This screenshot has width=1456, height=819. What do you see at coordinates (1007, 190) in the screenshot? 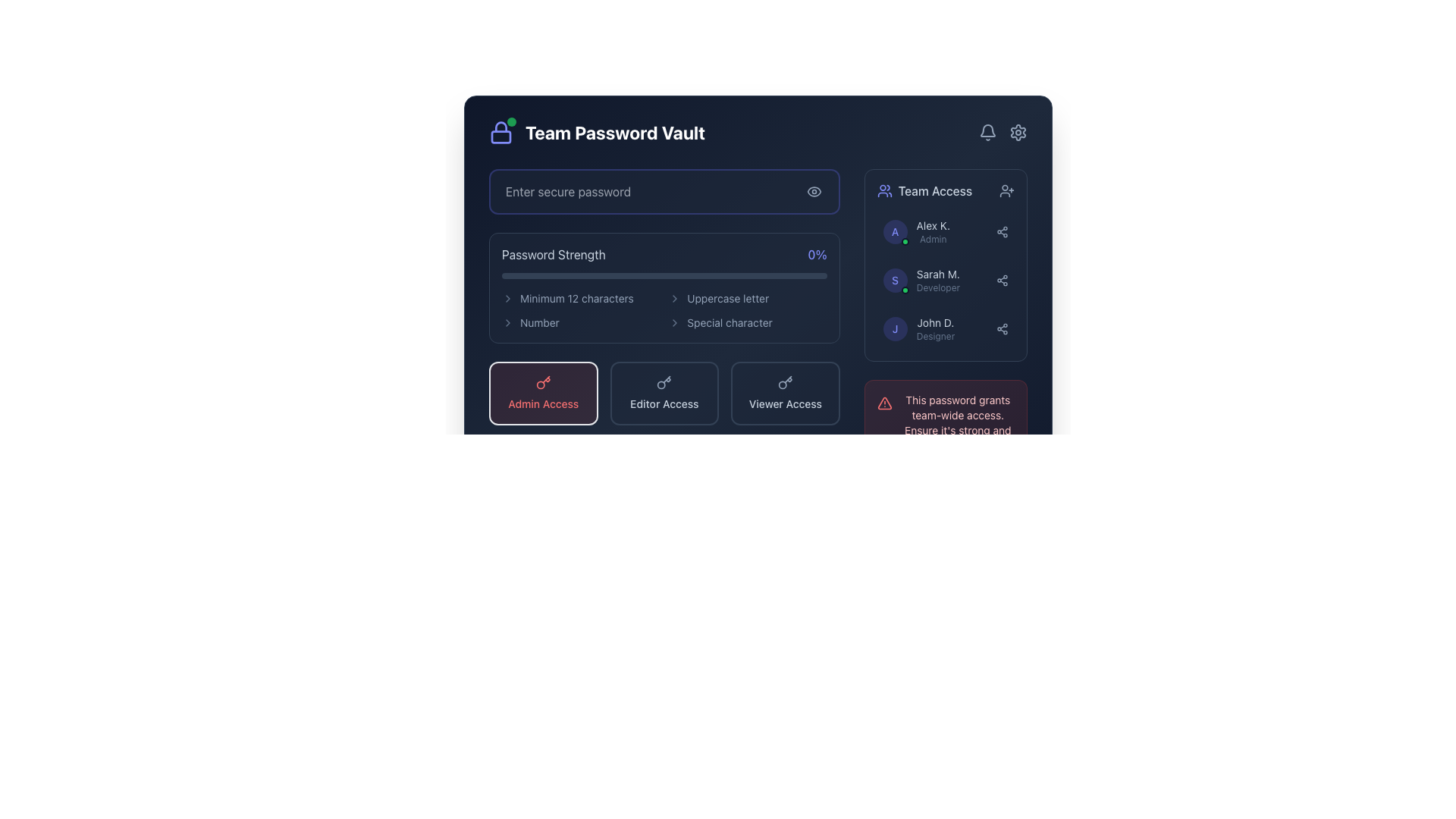
I see `the clickable icon button depicting a user with a plus sign, located to the far right of the 'Team Access' header, to trigger the indigo hover effect` at bounding box center [1007, 190].